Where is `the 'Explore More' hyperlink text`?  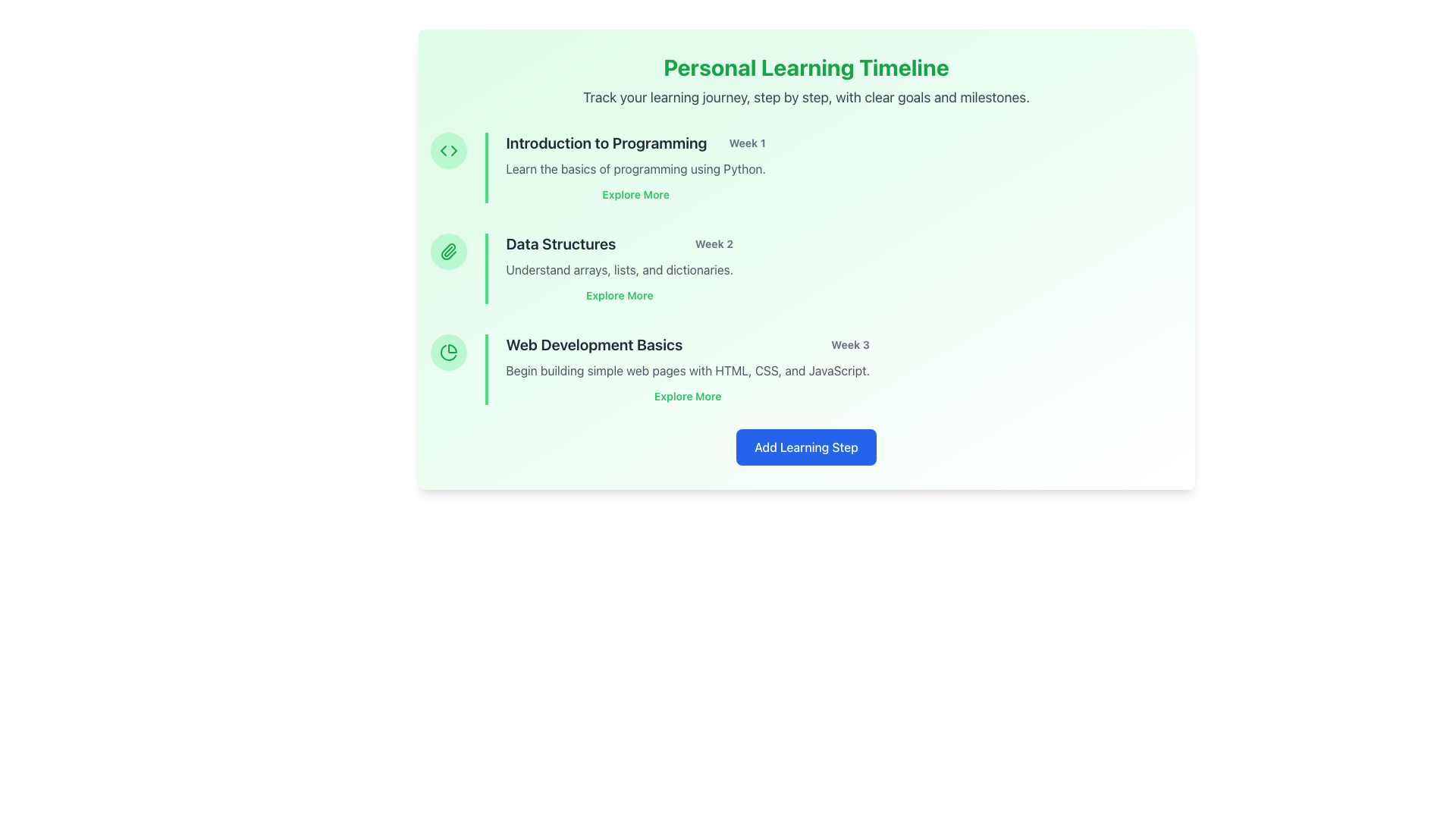 the 'Explore More' hyperlink text is located at coordinates (687, 396).